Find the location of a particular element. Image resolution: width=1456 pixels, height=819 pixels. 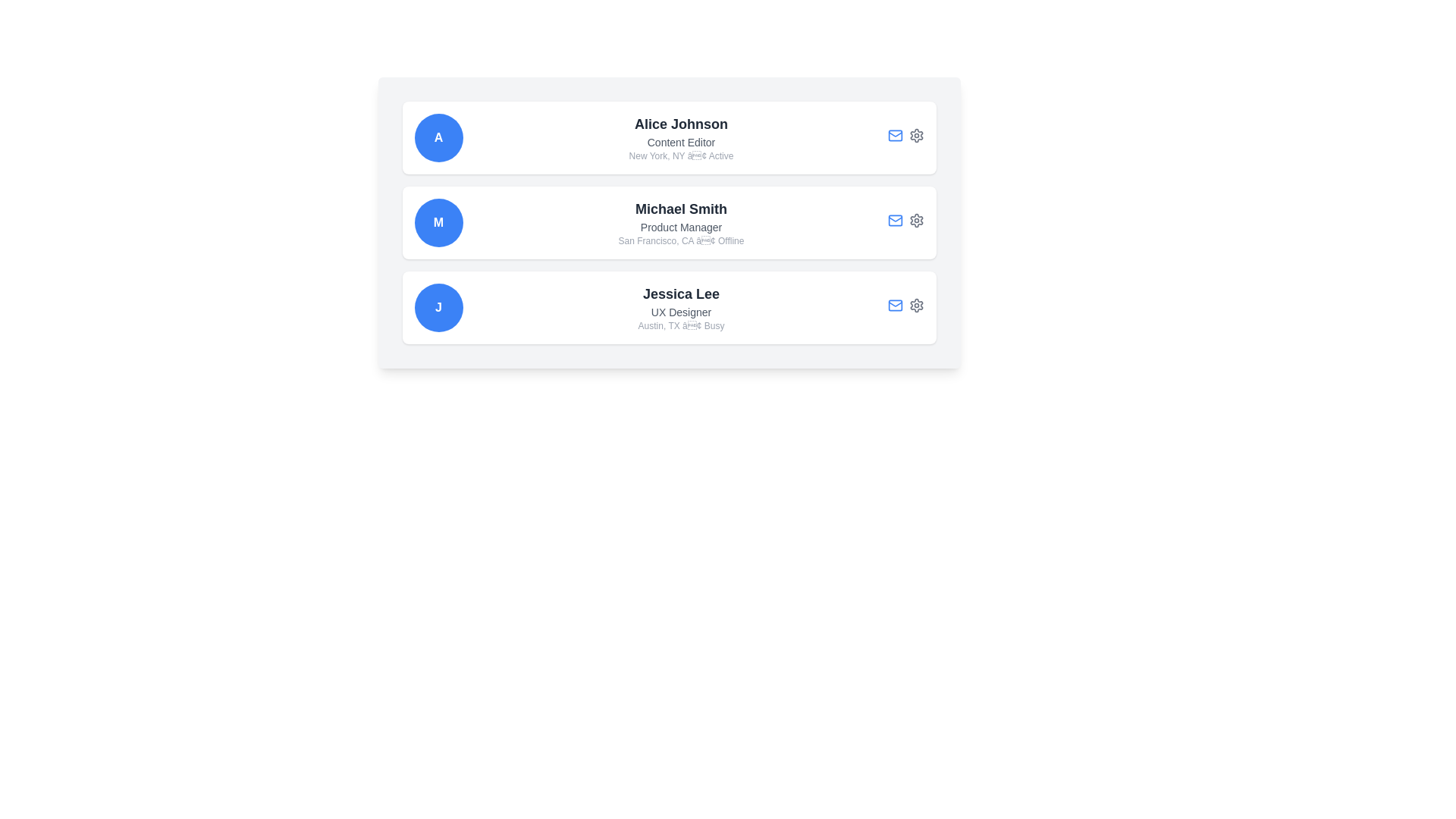

the text label displaying 'San Francisco, CA • Offline', which is styled in a small-sized font and light gray color, positioned under 'Michael Smith' and 'Product Manager' is located at coordinates (680, 240).